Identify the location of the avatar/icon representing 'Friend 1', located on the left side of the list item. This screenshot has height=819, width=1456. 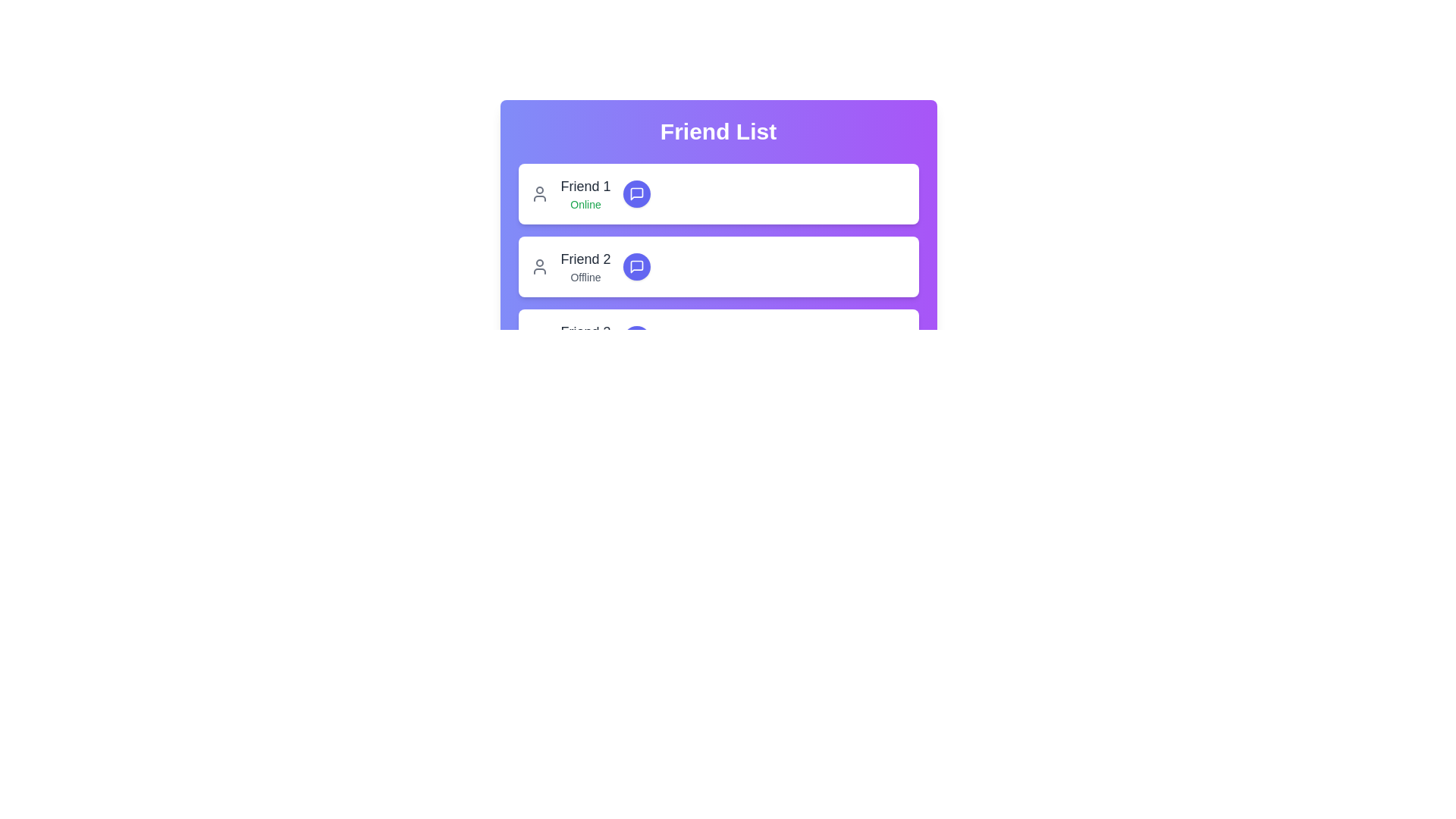
(539, 193).